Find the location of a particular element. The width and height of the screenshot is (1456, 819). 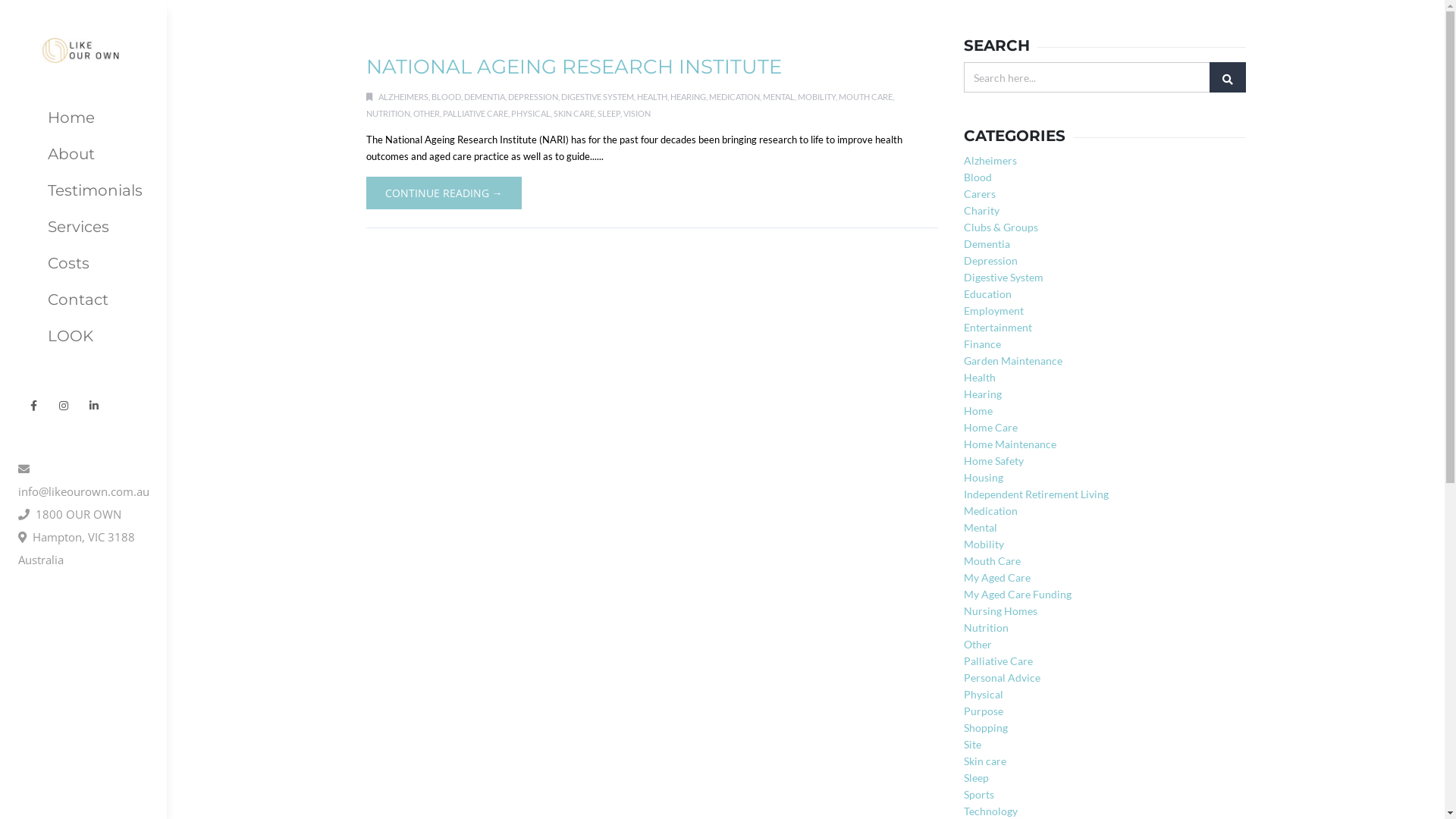

'NATIONAL AGEING RESEARCH INSTITUTE' is located at coordinates (573, 66).